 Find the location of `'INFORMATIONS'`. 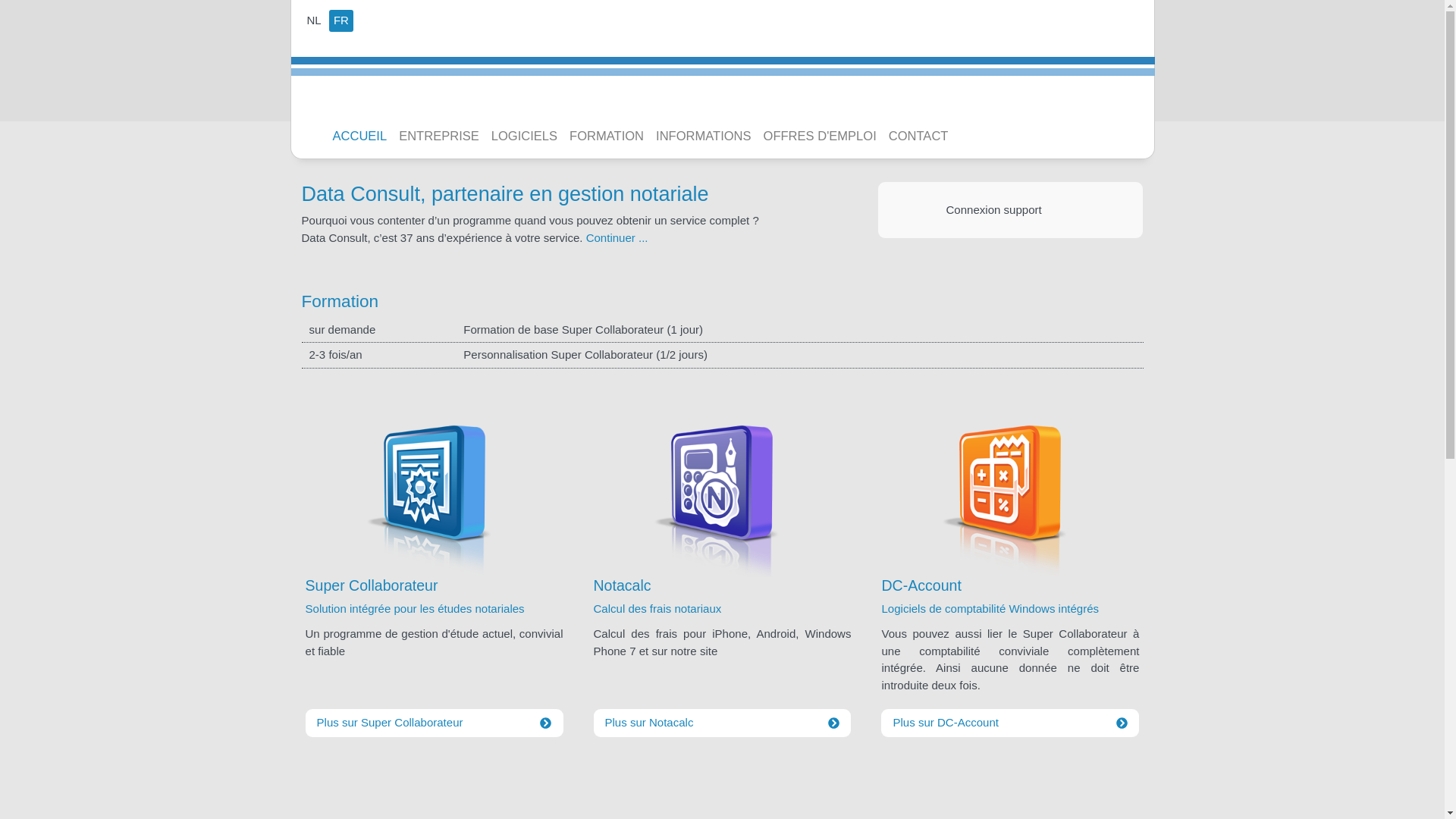

'INFORMATIONS' is located at coordinates (702, 136).